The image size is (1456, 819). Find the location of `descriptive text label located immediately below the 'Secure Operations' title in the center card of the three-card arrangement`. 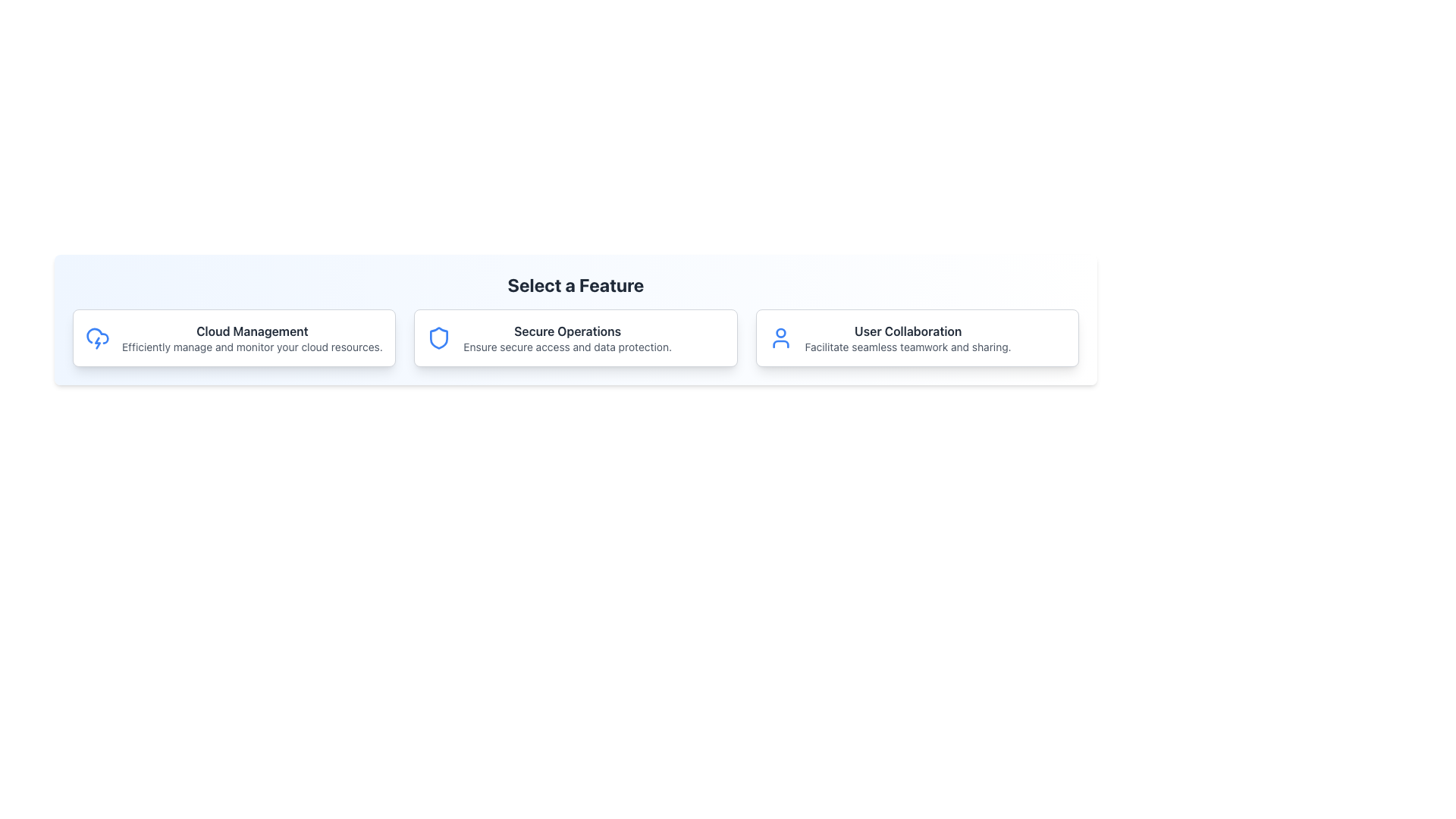

descriptive text label located immediately below the 'Secure Operations' title in the center card of the three-card arrangement is located at coordinates (566, 347).